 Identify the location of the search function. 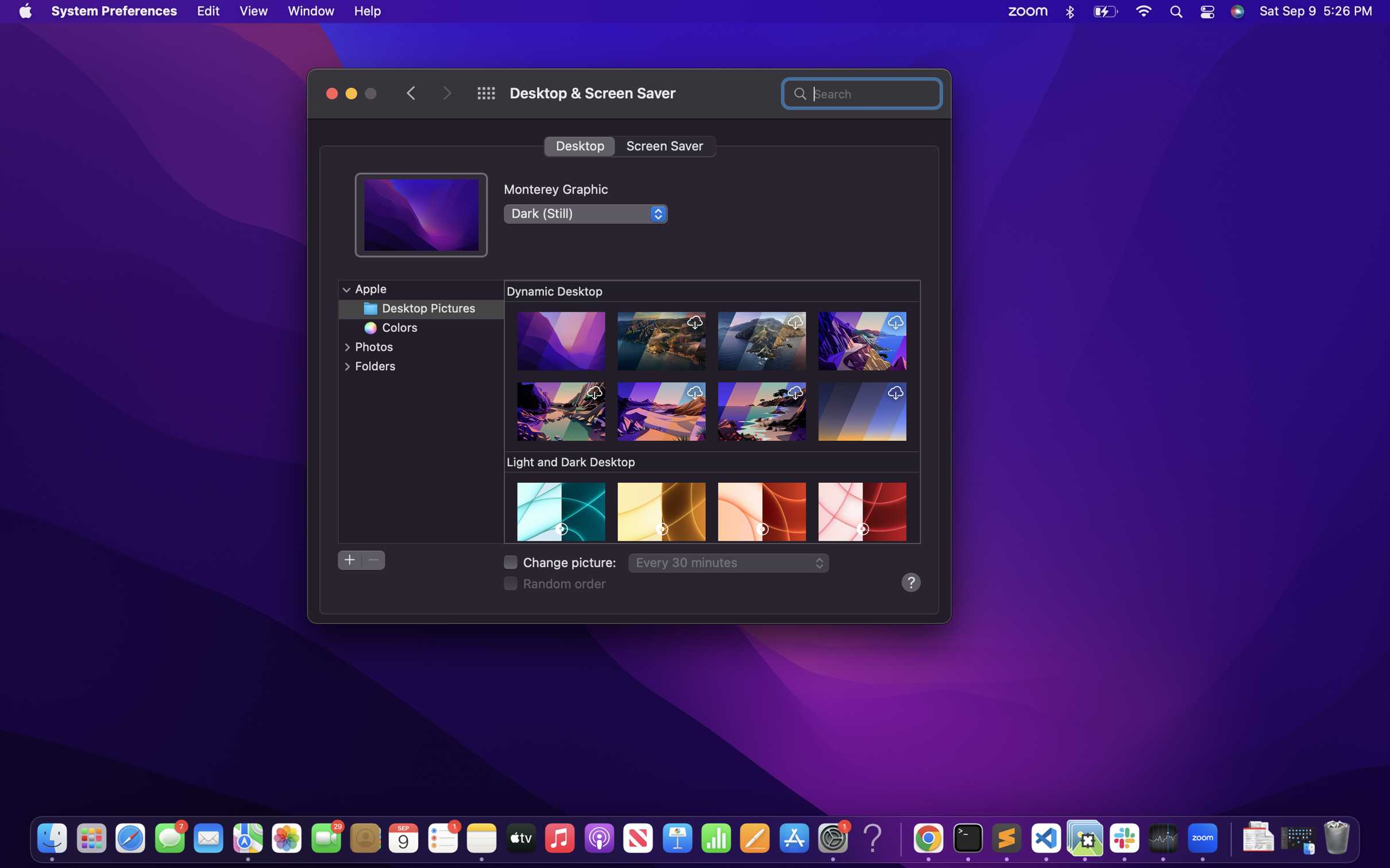
(862, 92).